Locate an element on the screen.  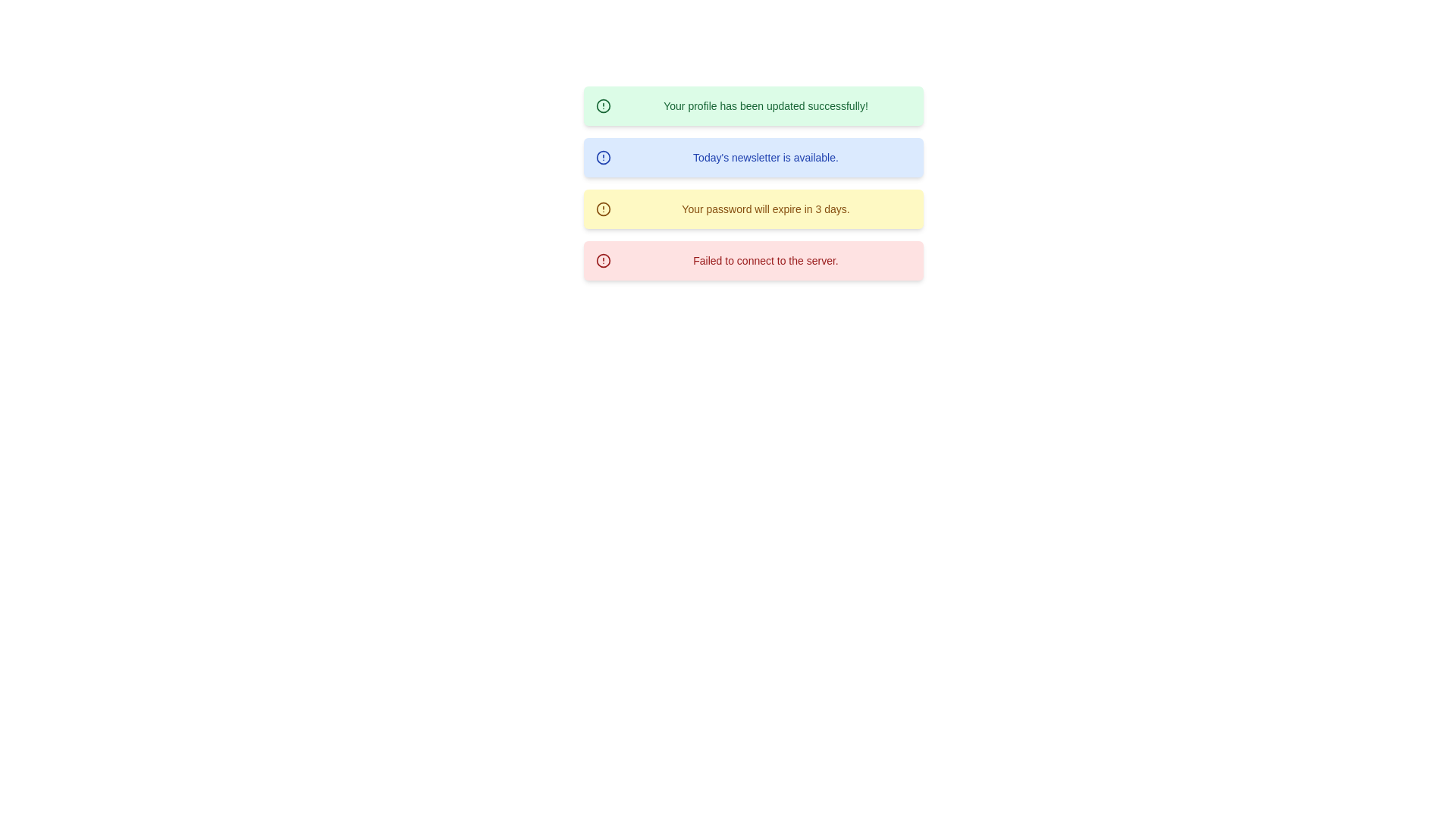
the circular green outlined icon with an exclamation mark in the center, located to the left of the notification box displaying 'Your profile has been updated successfully!' is located at coordinates (603, 105).